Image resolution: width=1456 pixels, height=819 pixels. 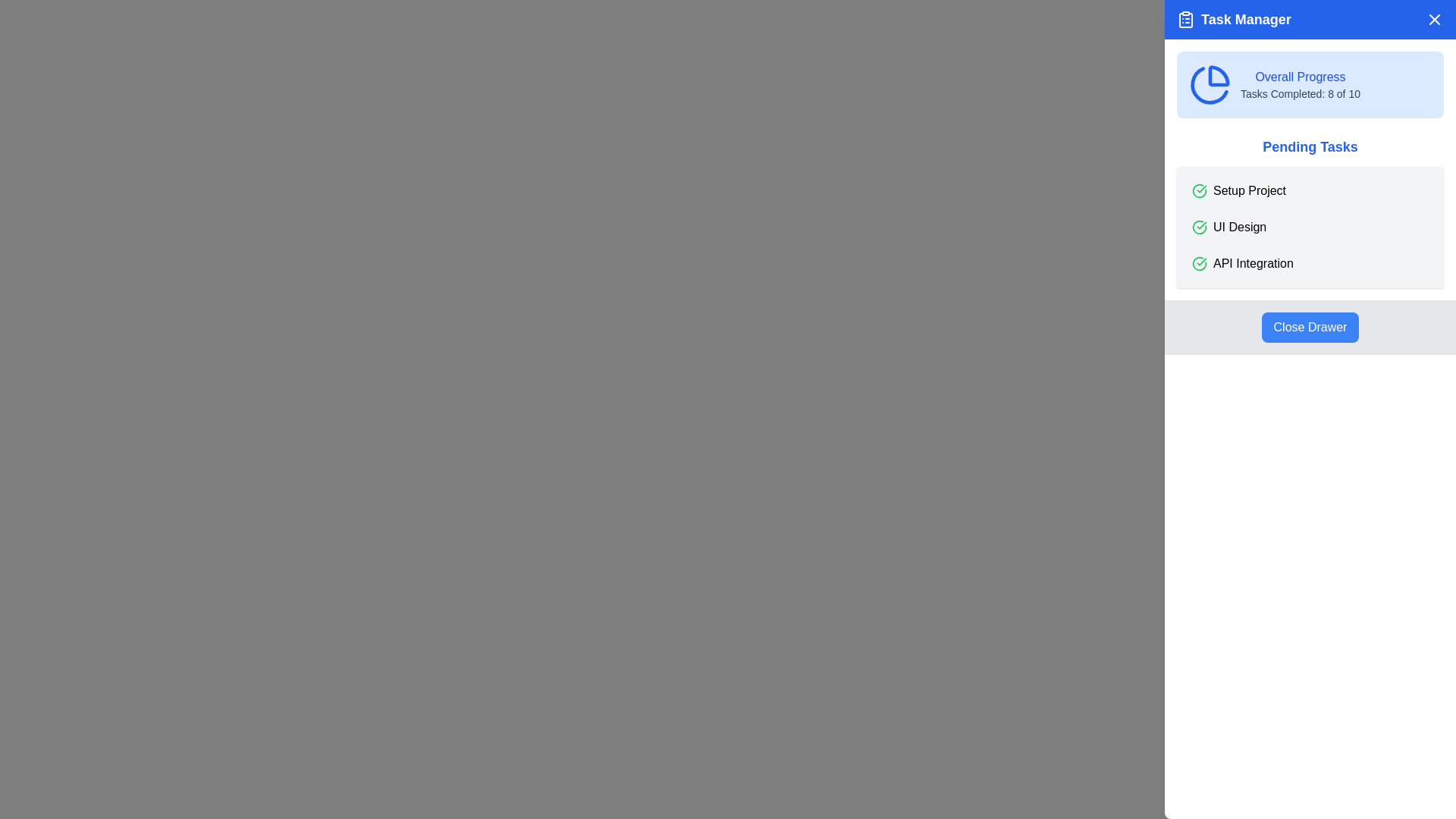 What do you see at coordinates (1433, 20) in the screenshot?
I see `the circular 'X' icon styled as a close button located in the top-right corner of the 'Task Manager' header` at bounding box center [1433, 20].